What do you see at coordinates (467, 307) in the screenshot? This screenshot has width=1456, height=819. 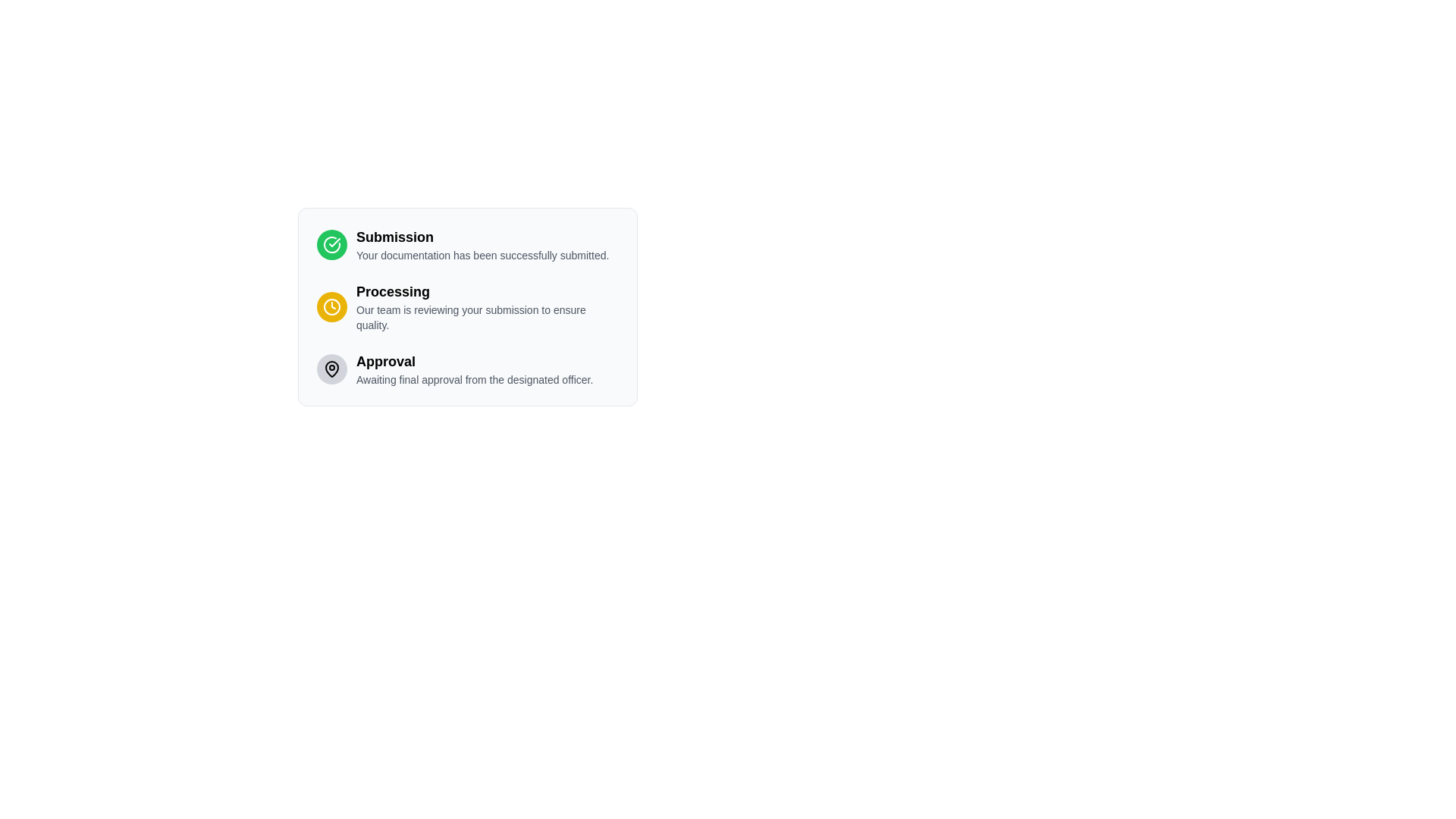 I see `the centrally placed Information Block that details the stages of submission, processing, and approval` at bounding box center [467, 307].